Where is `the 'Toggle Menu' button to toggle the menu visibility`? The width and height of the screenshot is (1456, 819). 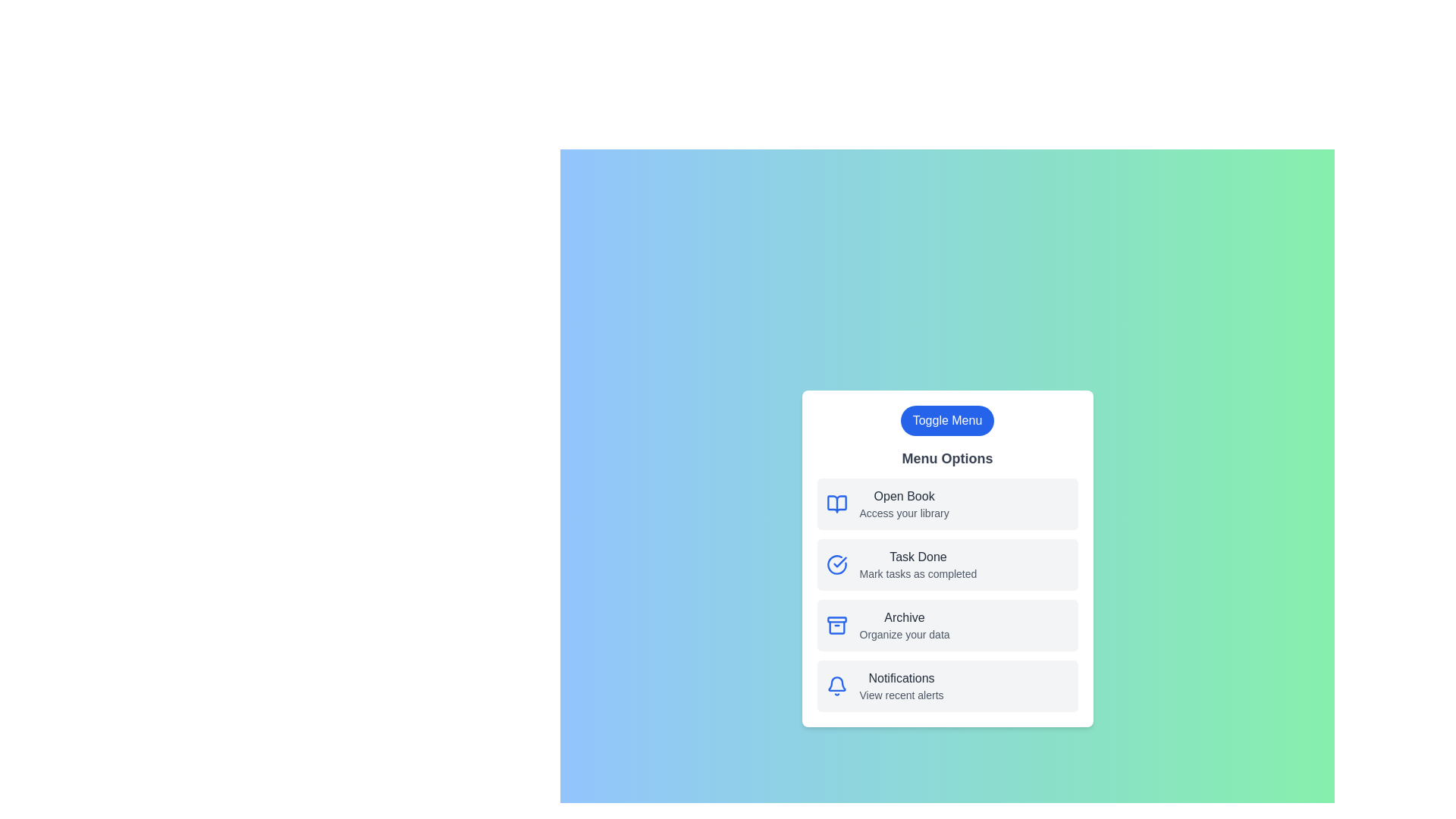
the 'Toggle Menu' button to toggle the menu visibility is located at coordinates (946, 421).